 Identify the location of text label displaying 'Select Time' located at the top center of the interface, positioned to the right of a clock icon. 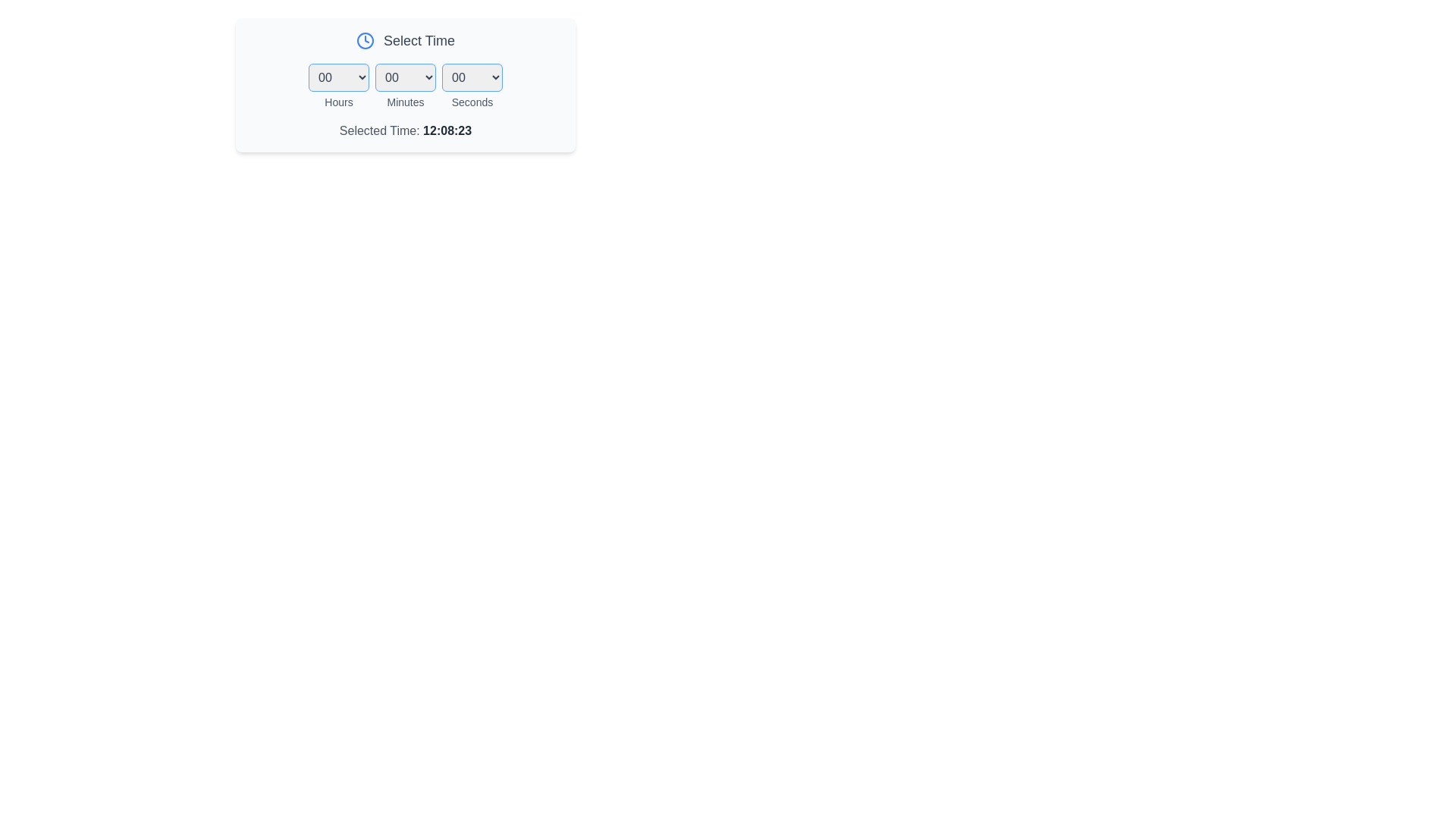
(419, 40).